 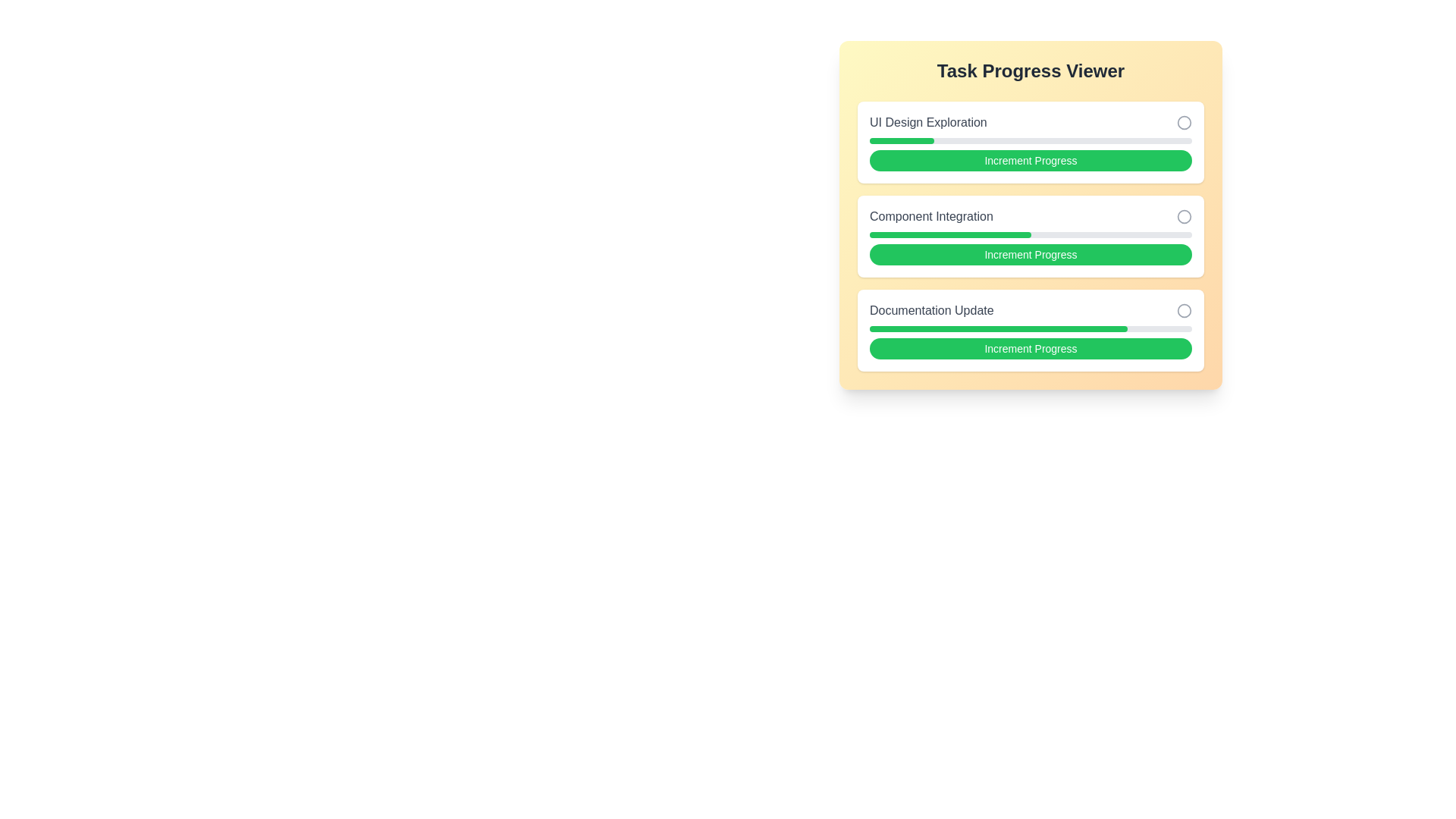 I want to click on the label identifying the task 'Component Integration' within the task progress viewer, located in the second item of a vertically stacked list, so click(x=930, y=216).